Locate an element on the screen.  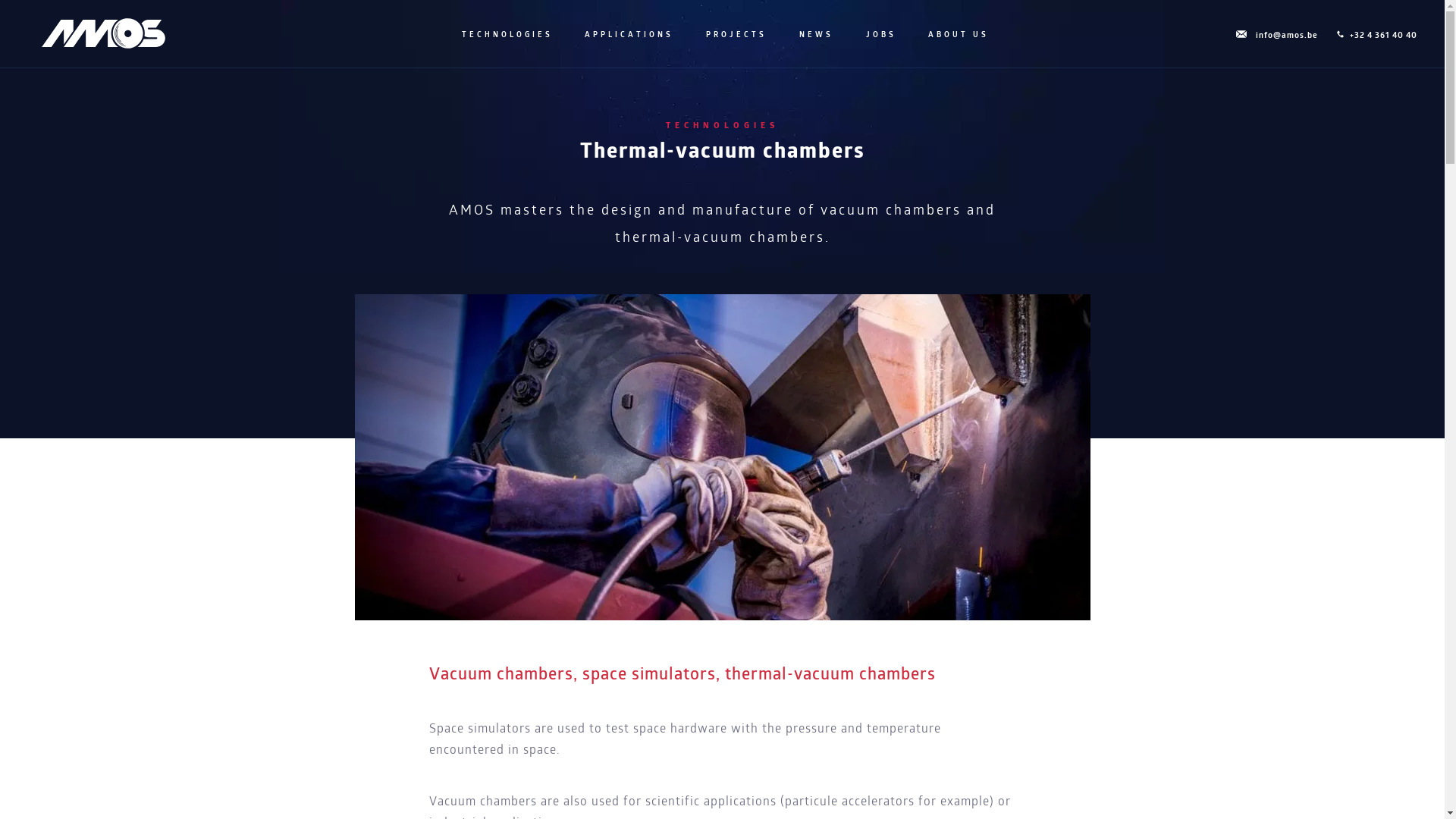
'+32 4 361 40 40' is located at coordinates (1332, 35).